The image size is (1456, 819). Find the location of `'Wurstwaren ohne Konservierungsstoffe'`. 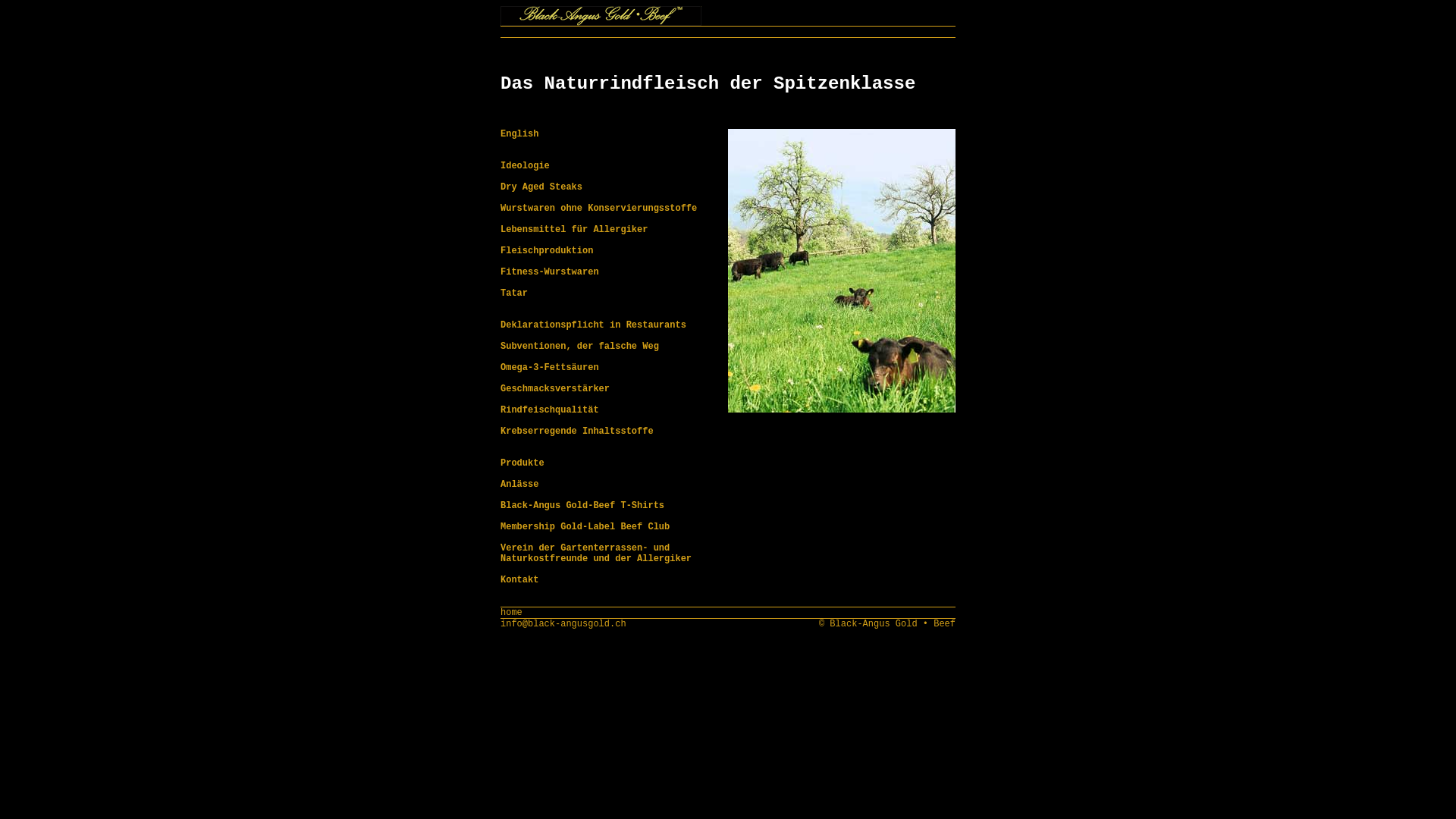

'Wurstwaren ohne Konservierungsstoffe' is located at coordinates (598, 208).